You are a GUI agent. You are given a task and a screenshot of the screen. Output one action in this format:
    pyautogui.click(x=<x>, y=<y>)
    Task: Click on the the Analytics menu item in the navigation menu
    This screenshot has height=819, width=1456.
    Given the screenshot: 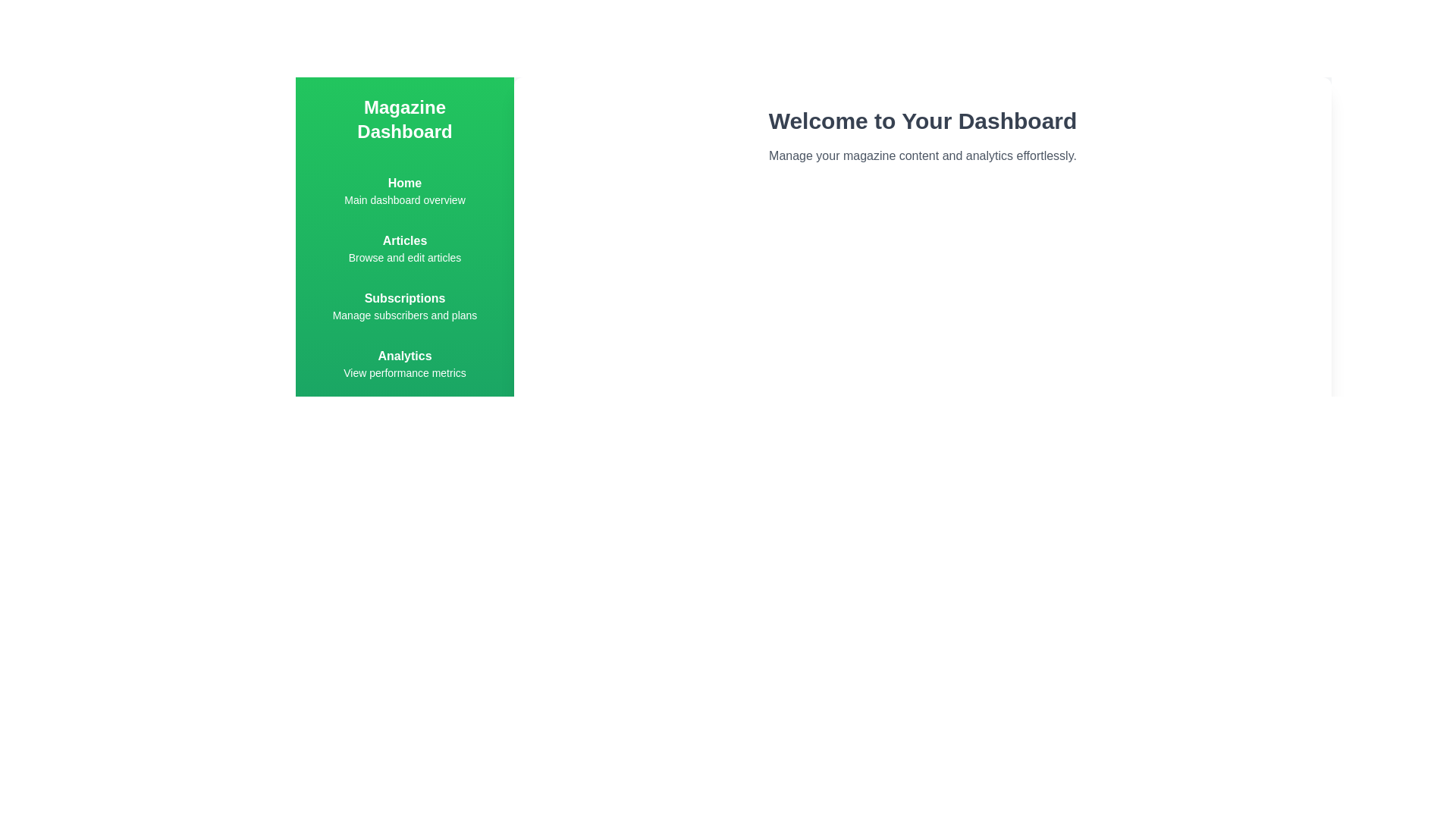 What is the action you would take?
    pyautogui.click(x=404, y=363)
    